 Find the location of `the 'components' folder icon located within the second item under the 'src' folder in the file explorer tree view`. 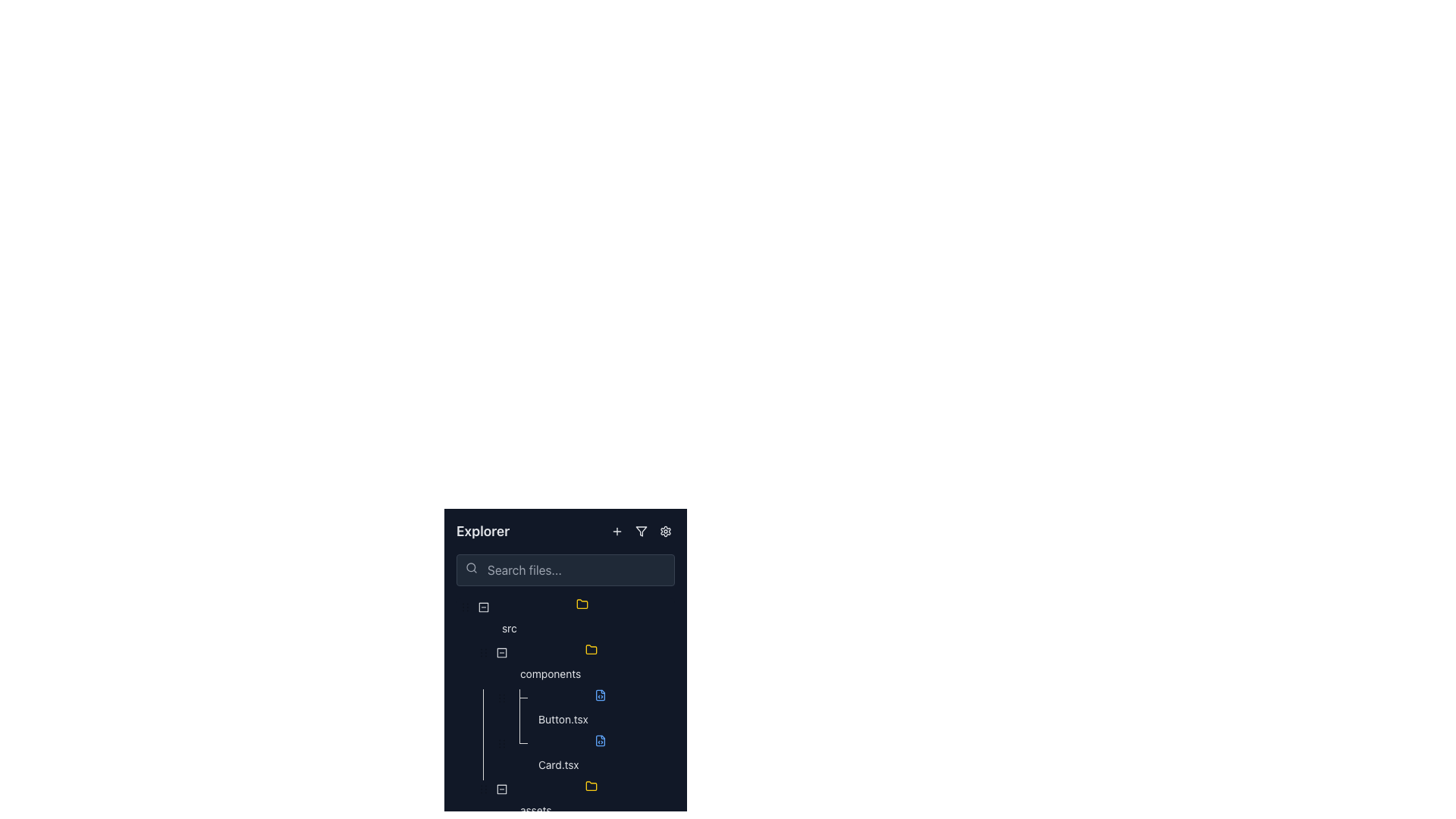

the 'components' folder icon located within the second item under the 'src' folder in the file explorer tree view is located at coordinates (590, 648).